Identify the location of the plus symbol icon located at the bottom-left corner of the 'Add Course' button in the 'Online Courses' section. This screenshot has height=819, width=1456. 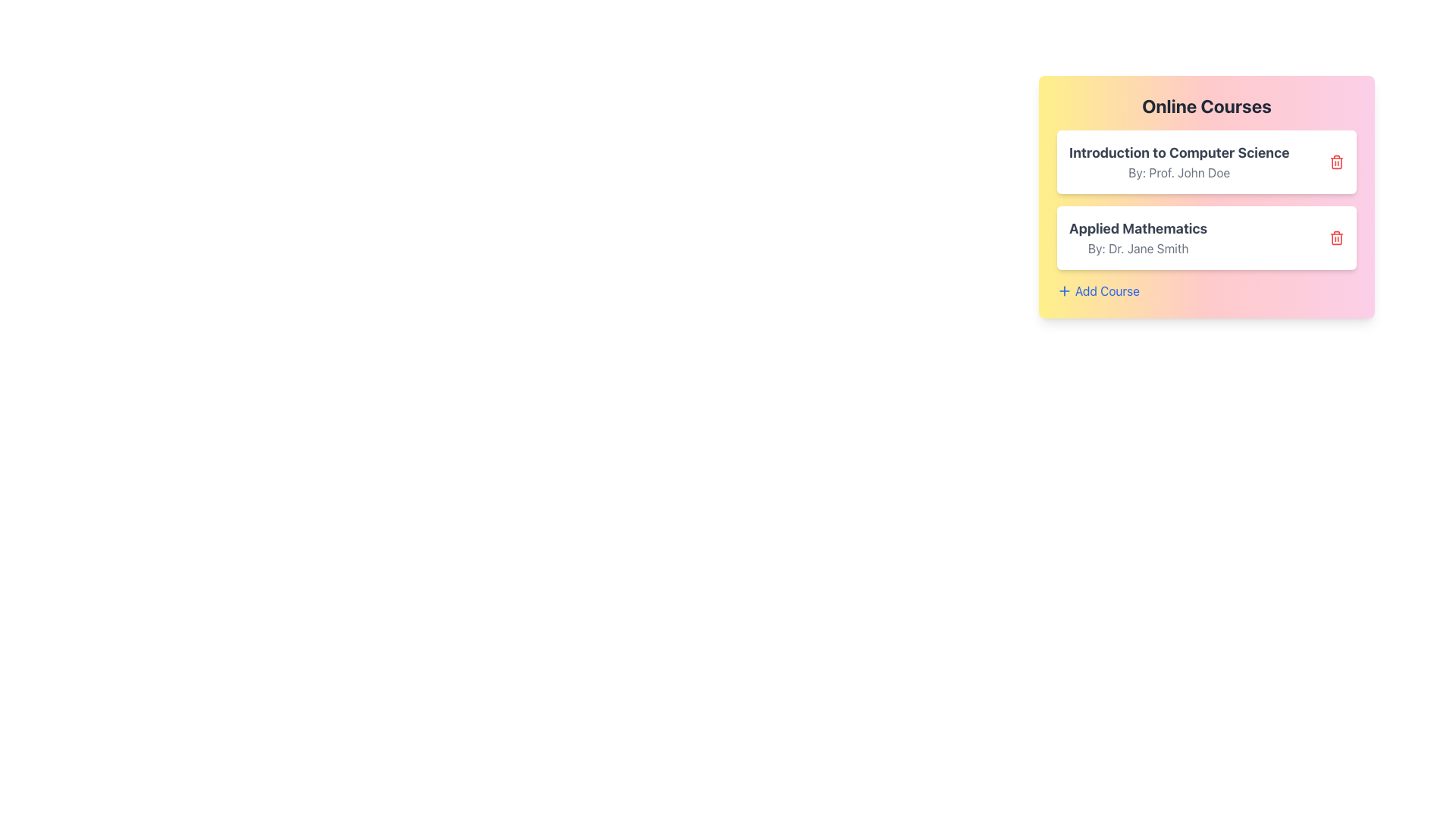
(1063, 291).